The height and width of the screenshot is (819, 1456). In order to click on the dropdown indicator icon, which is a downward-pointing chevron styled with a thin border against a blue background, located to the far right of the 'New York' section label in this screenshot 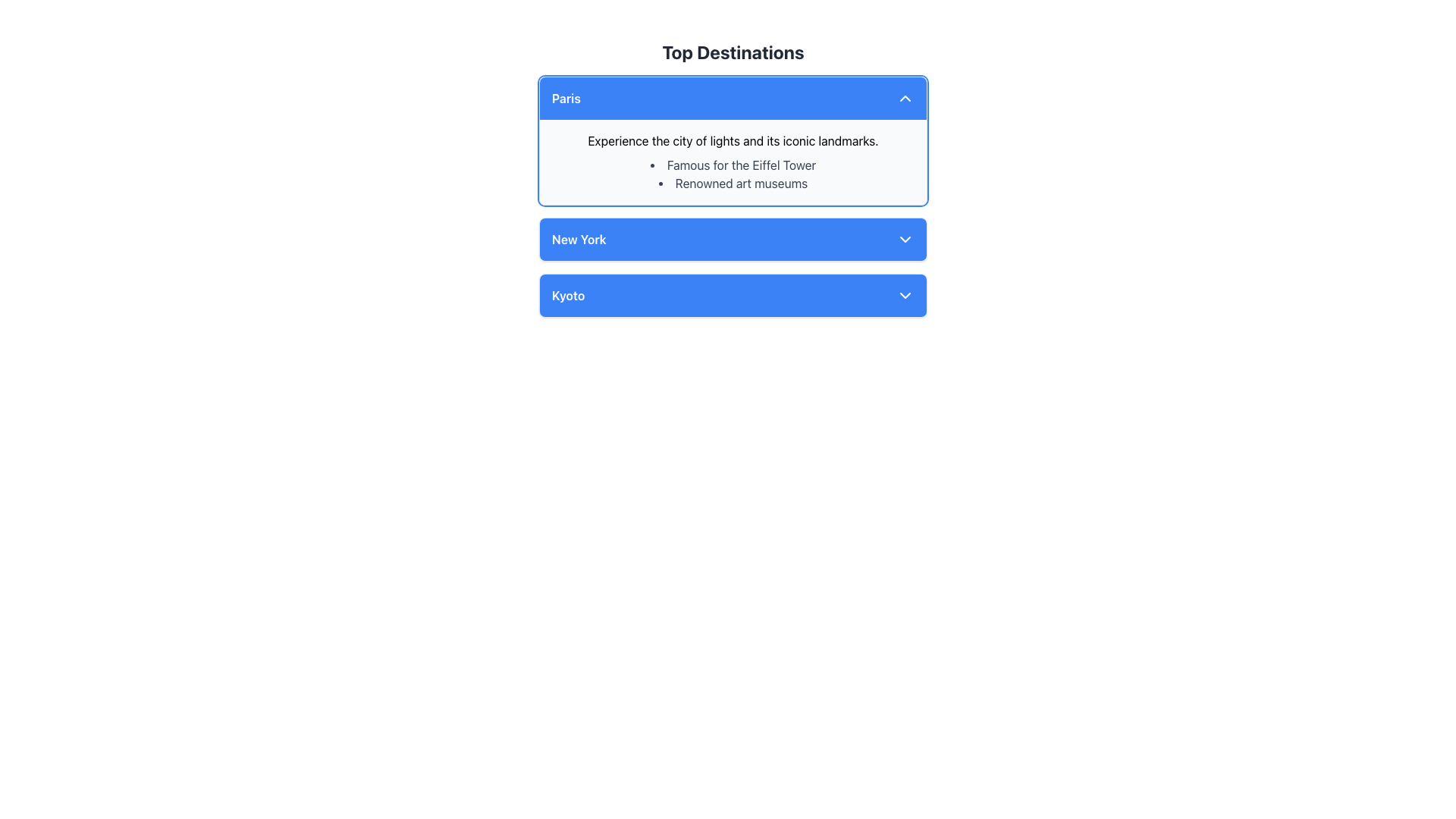, I will do `click(905, 239)`.